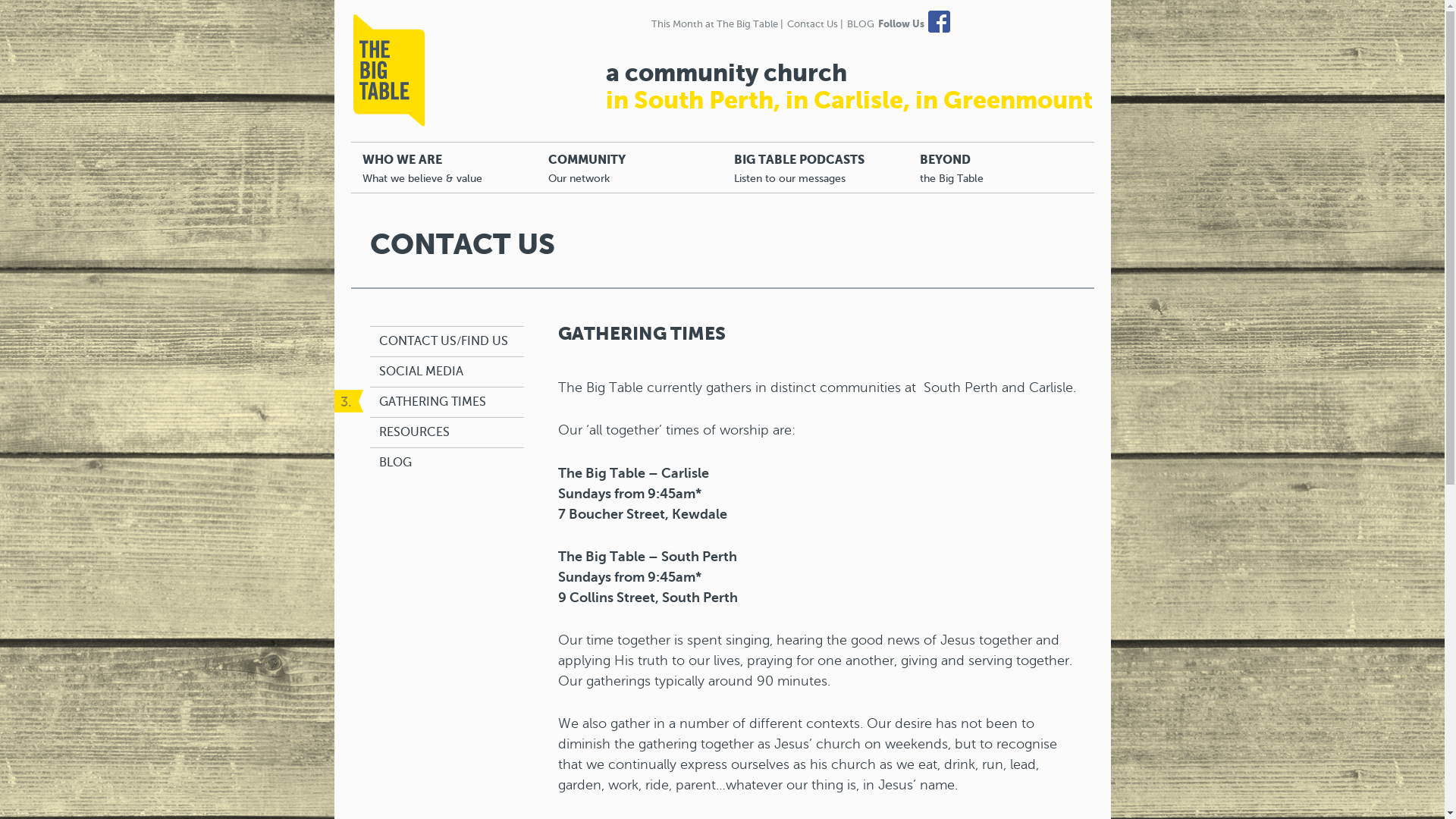 The image size is (1456, 819). What do you see at coordinates (27, 9) in the screenshot?
I see `'Search'` at bounding box center [27, 9].